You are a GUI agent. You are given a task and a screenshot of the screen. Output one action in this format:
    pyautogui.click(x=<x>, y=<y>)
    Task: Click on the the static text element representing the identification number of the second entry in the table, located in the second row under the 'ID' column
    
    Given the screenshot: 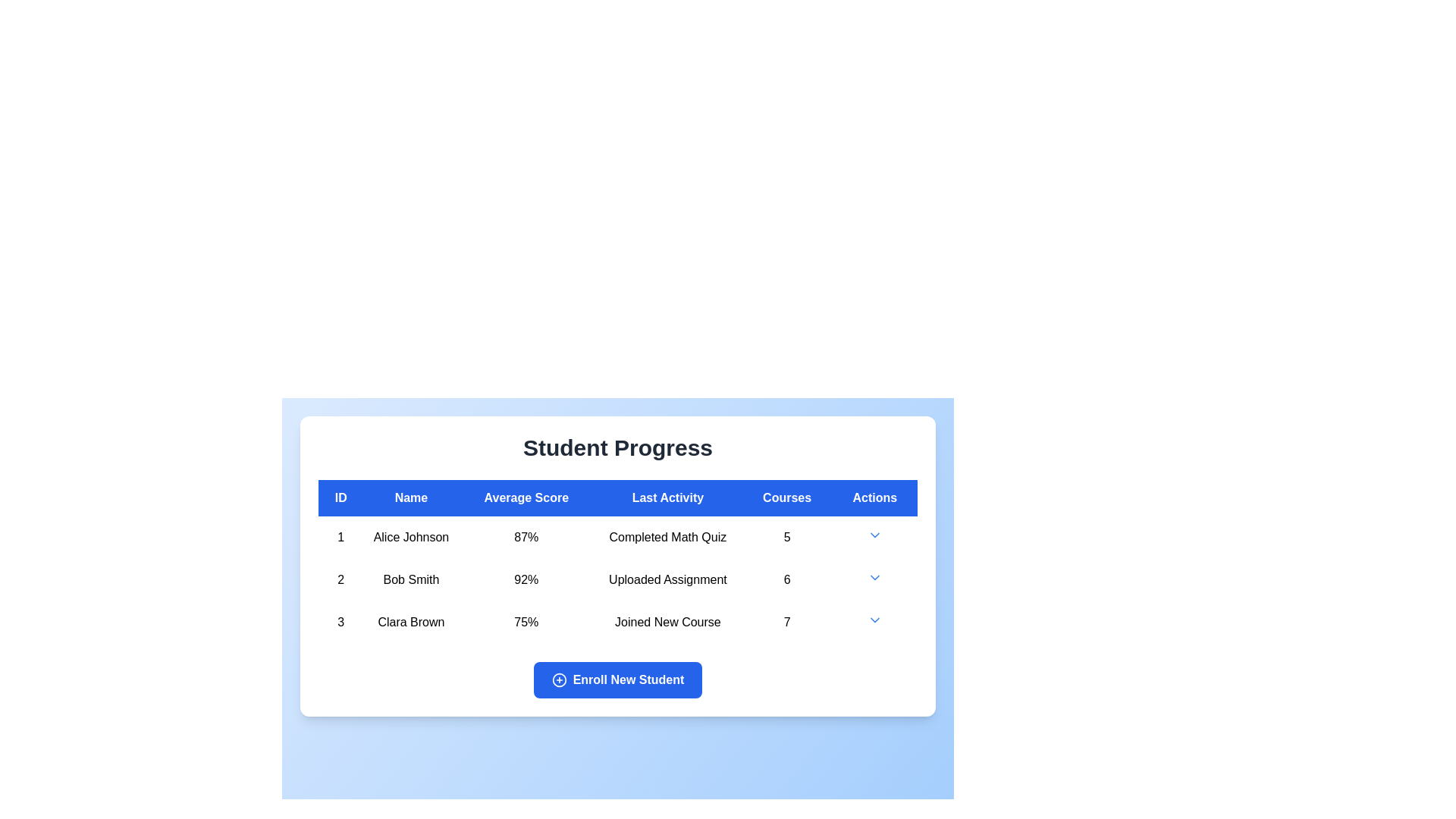 What is the action you would take?
    pyautogui.click(x=340, y=579)
    